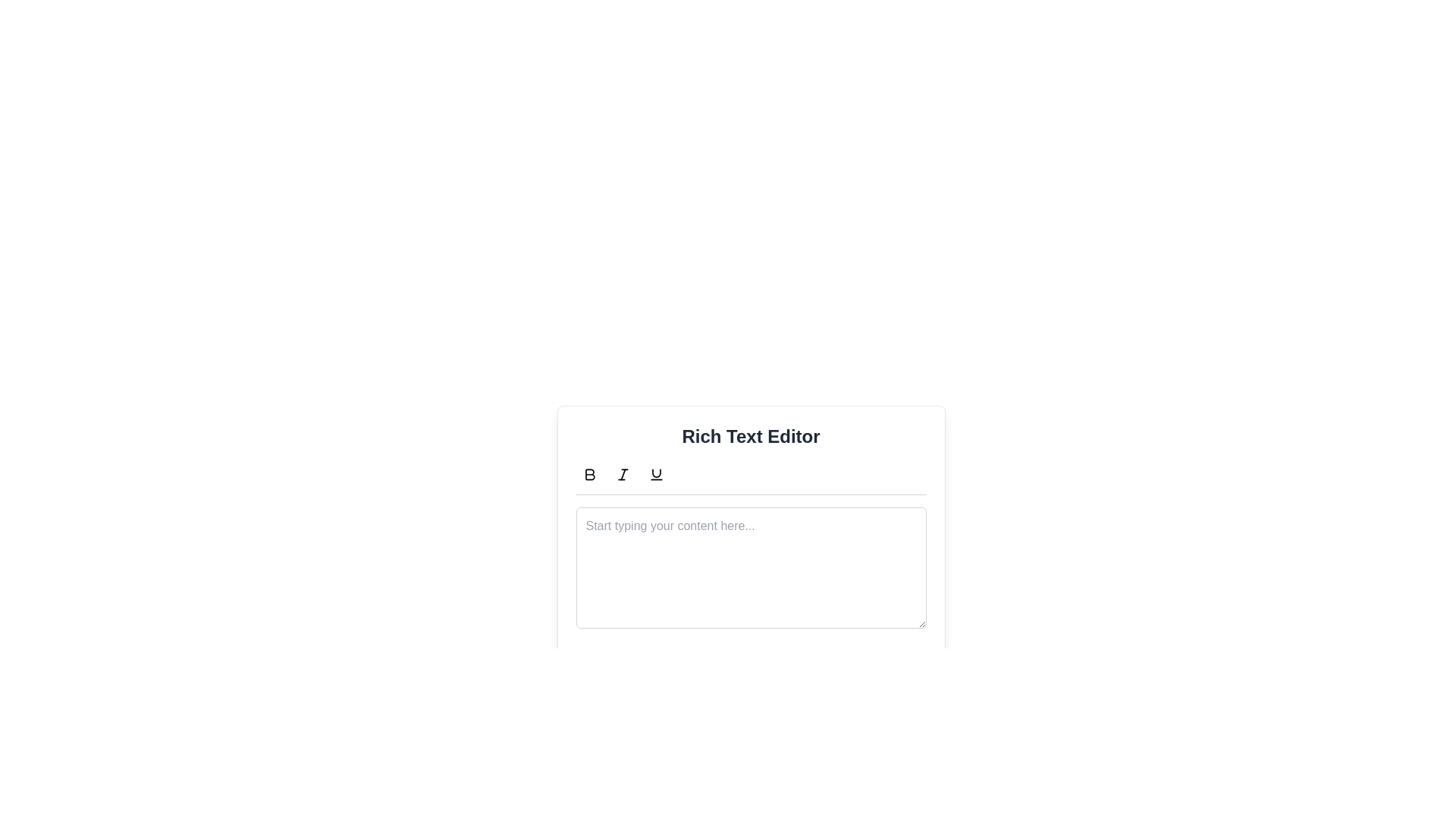 The width and height of the screenshot is (1456, 819). I want to click on the italic 'I' button styled with a bold outline in the rich text editor toolbar, so click(623, 473).